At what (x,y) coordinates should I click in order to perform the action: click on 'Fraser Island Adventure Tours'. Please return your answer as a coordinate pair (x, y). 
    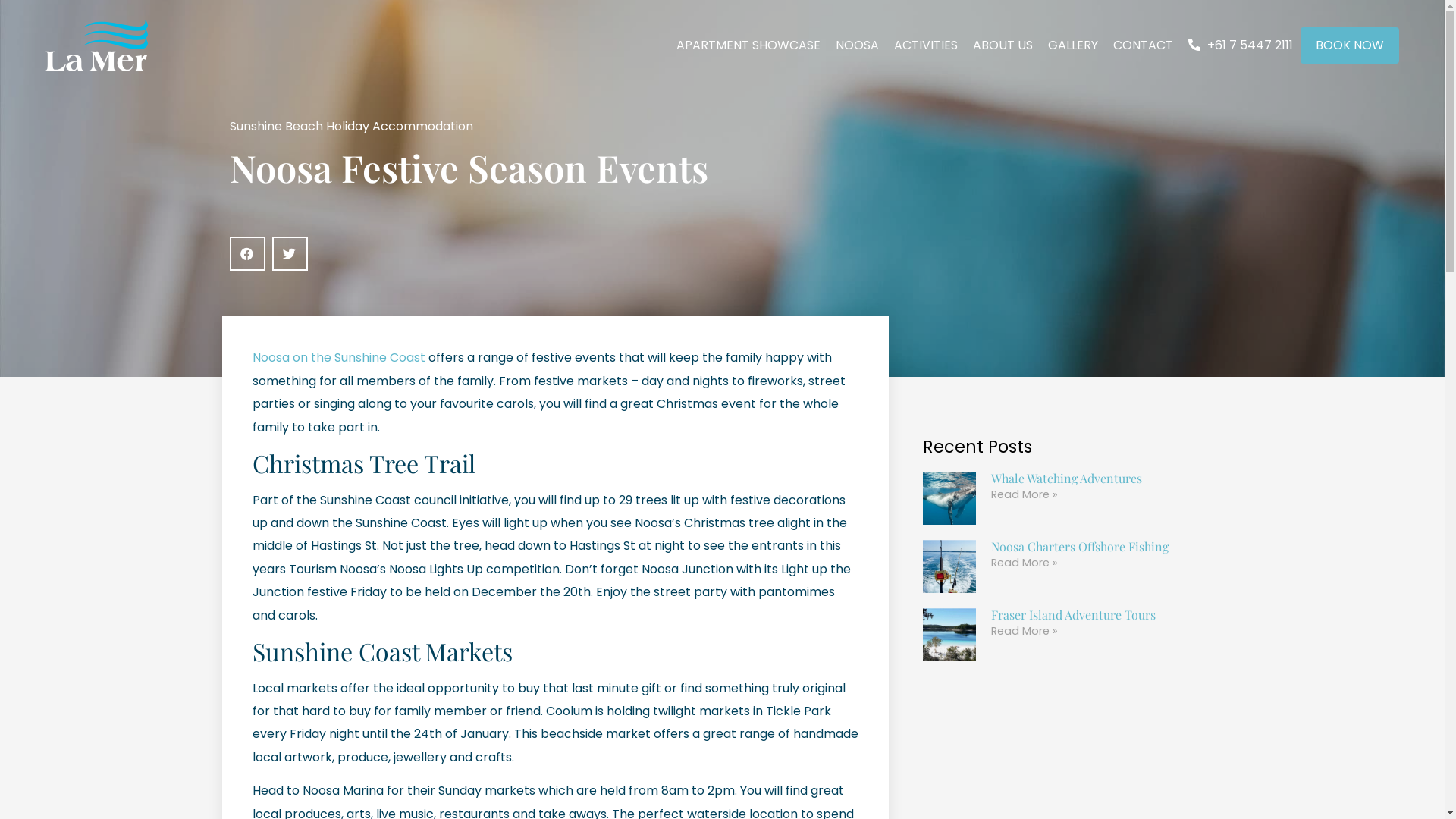
    Looking at the image, I should click on (1072, 614).